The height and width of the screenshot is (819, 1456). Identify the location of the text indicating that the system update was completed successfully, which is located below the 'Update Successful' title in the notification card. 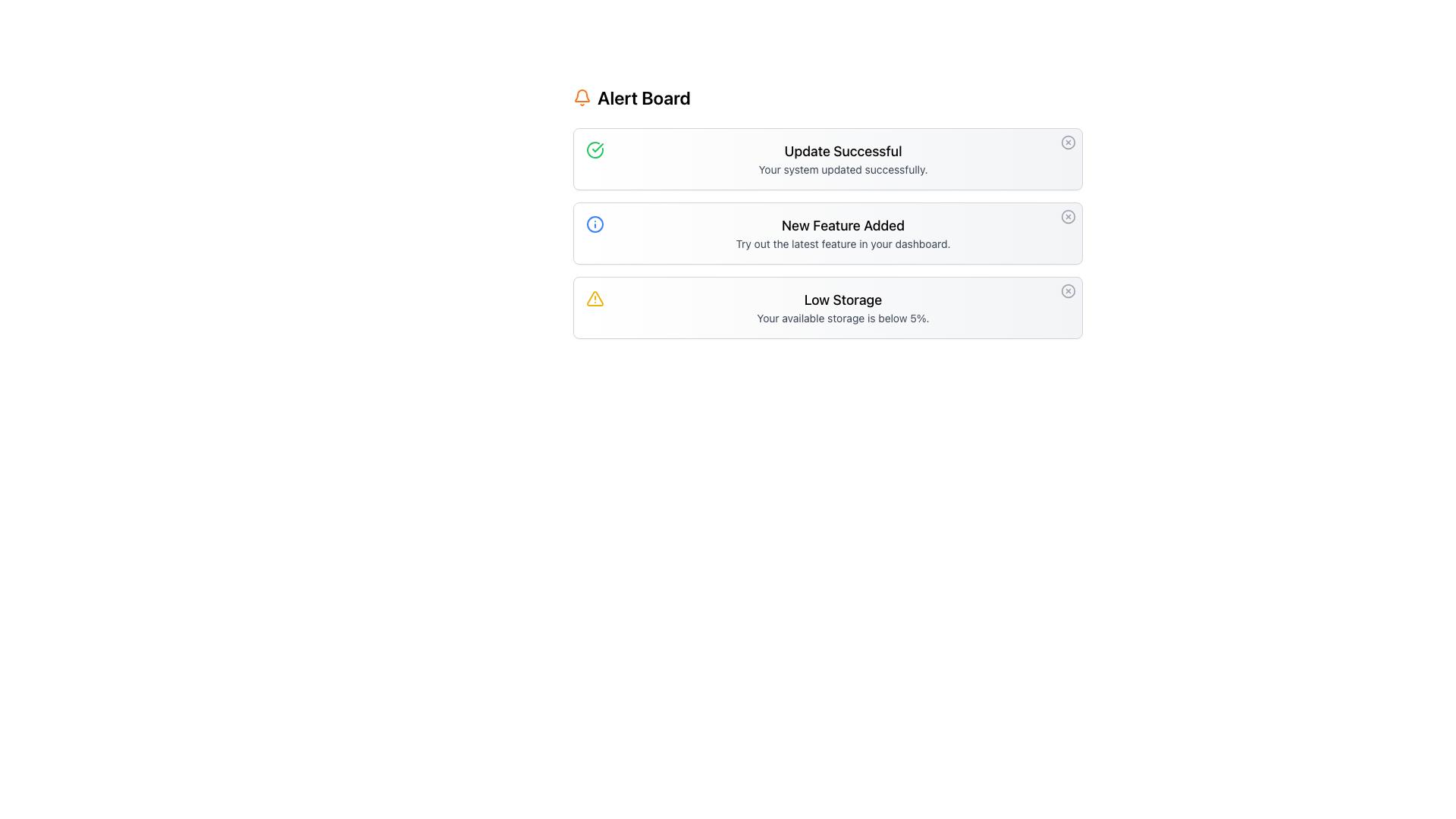
(843, 169).